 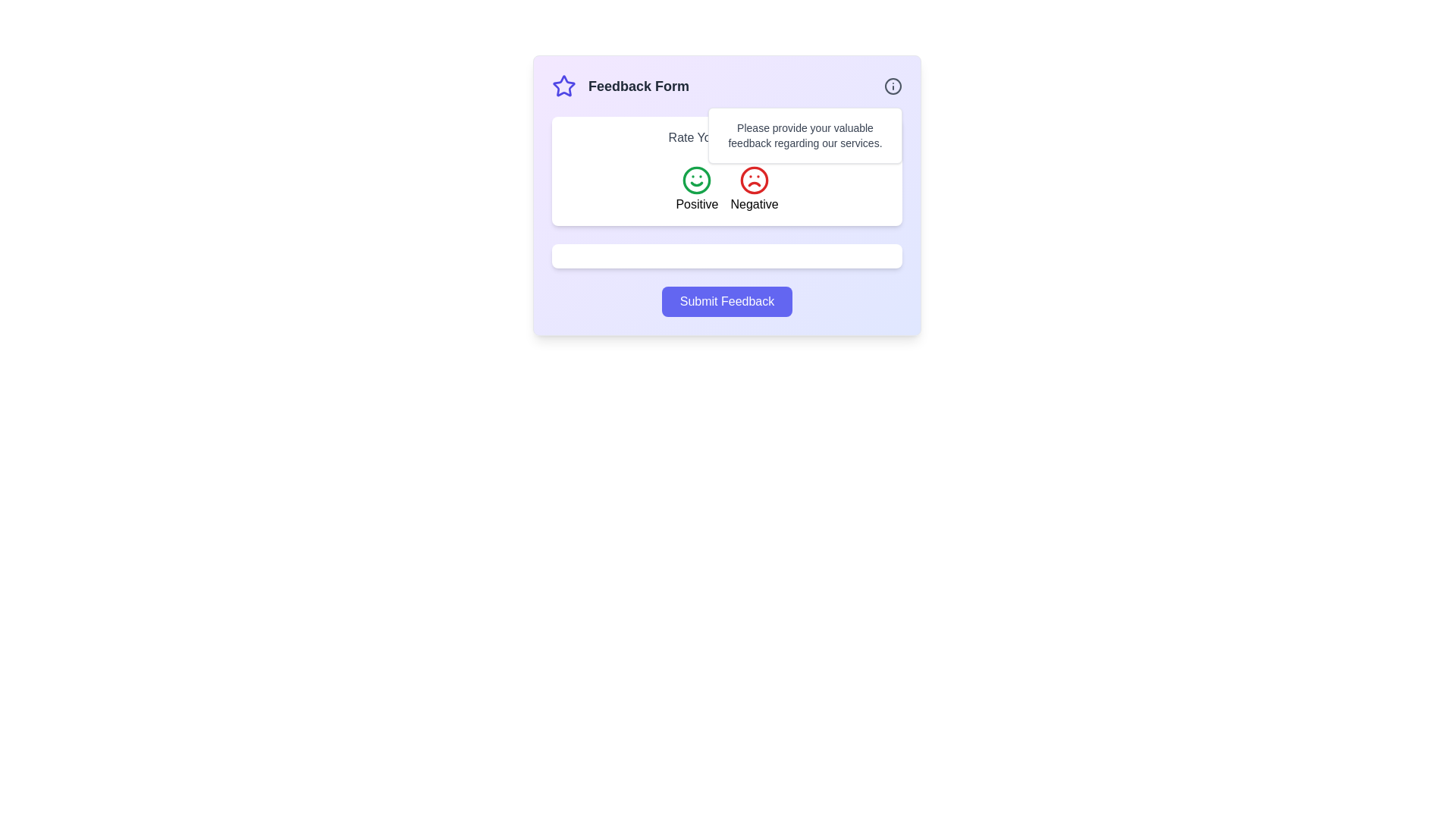 I want to click on the smiley face icon in the feedback form, so click(x=696, y=180).